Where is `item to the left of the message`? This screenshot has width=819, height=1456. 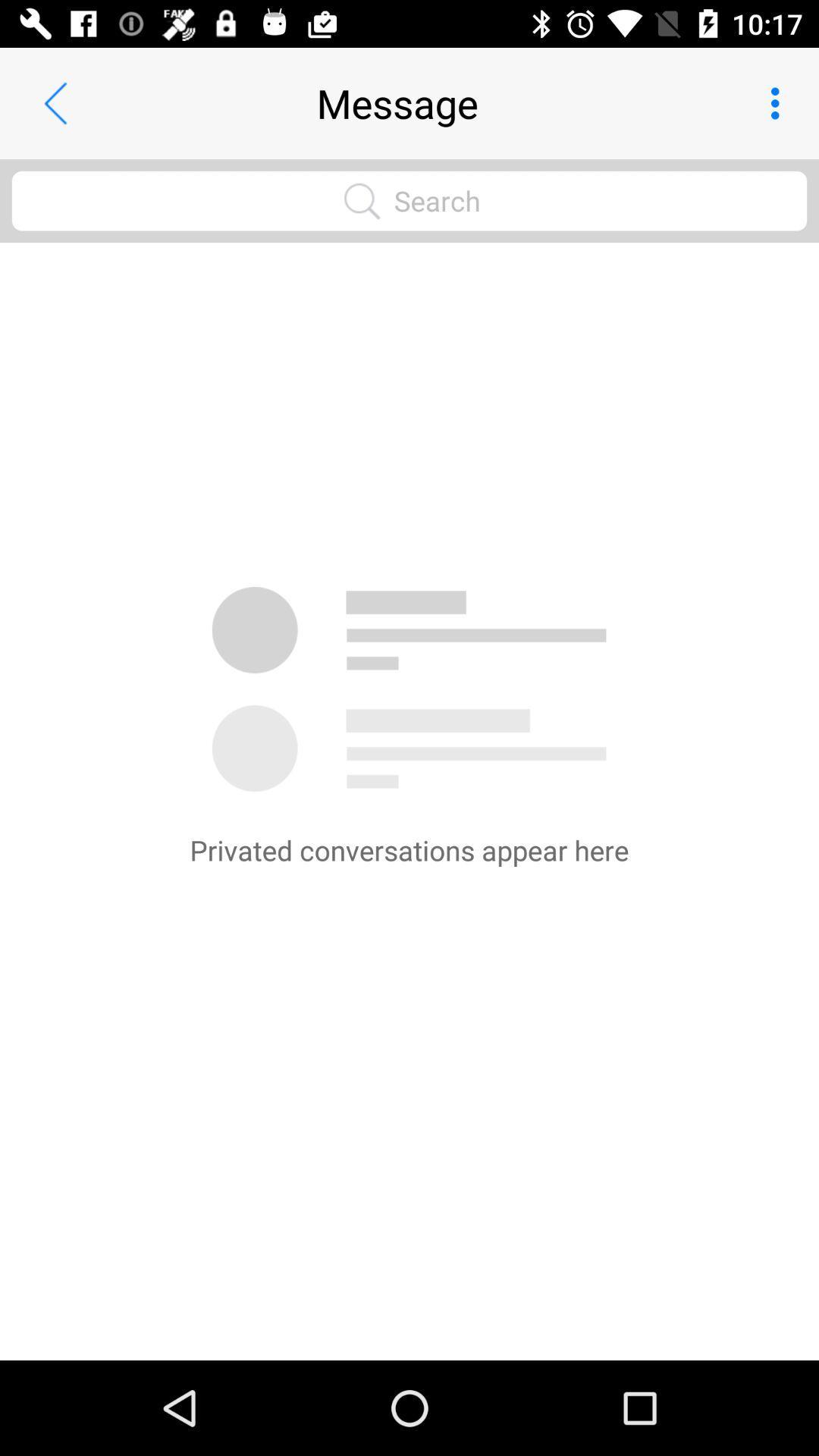
item to the left of the message is located at coordinates (55, 102).